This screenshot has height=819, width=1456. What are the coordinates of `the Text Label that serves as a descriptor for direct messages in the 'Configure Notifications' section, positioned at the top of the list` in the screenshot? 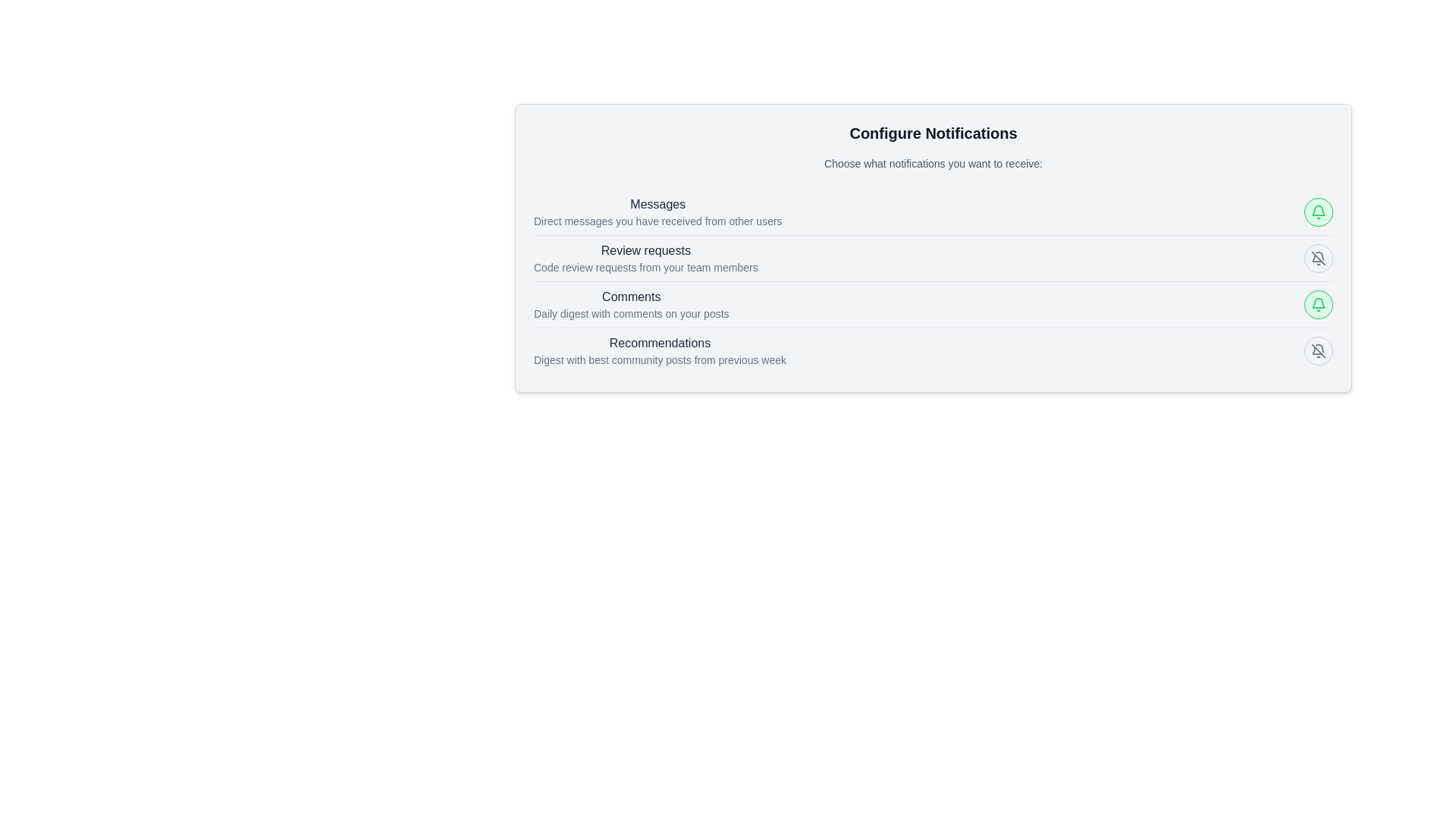 It's located at (657, 212).